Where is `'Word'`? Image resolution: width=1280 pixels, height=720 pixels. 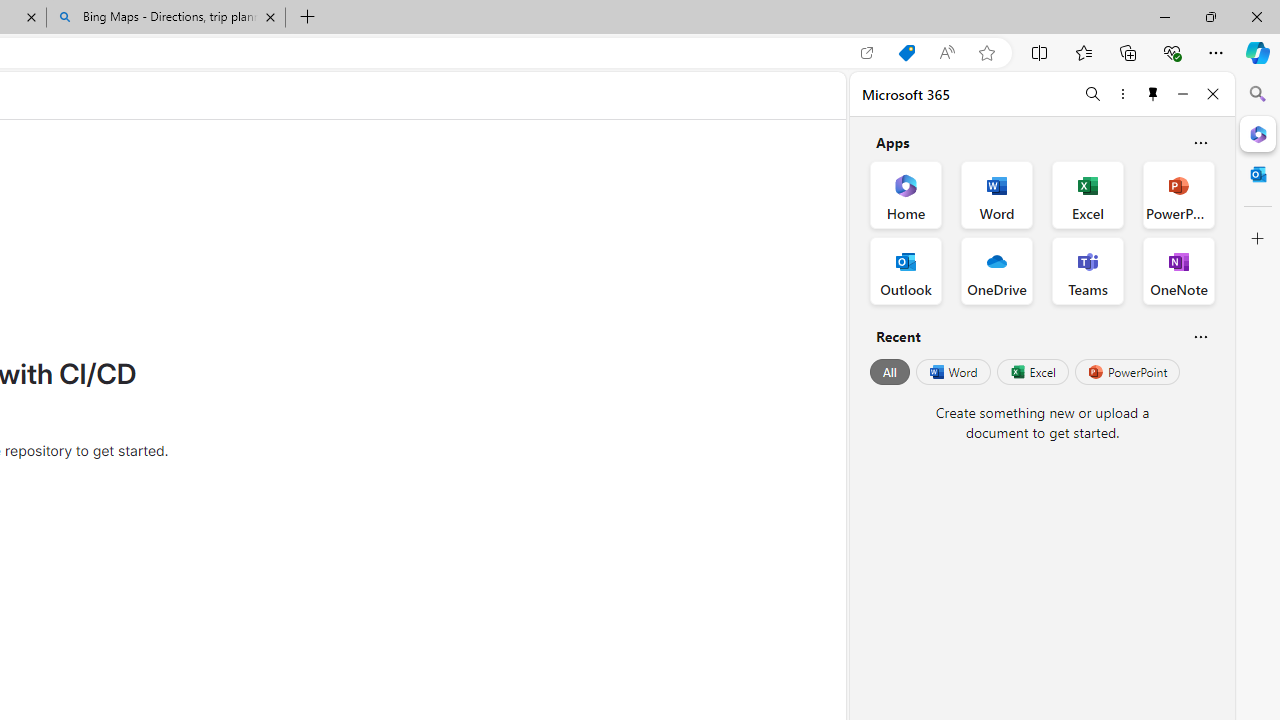 'Word' is located at coordinates (951, 372).